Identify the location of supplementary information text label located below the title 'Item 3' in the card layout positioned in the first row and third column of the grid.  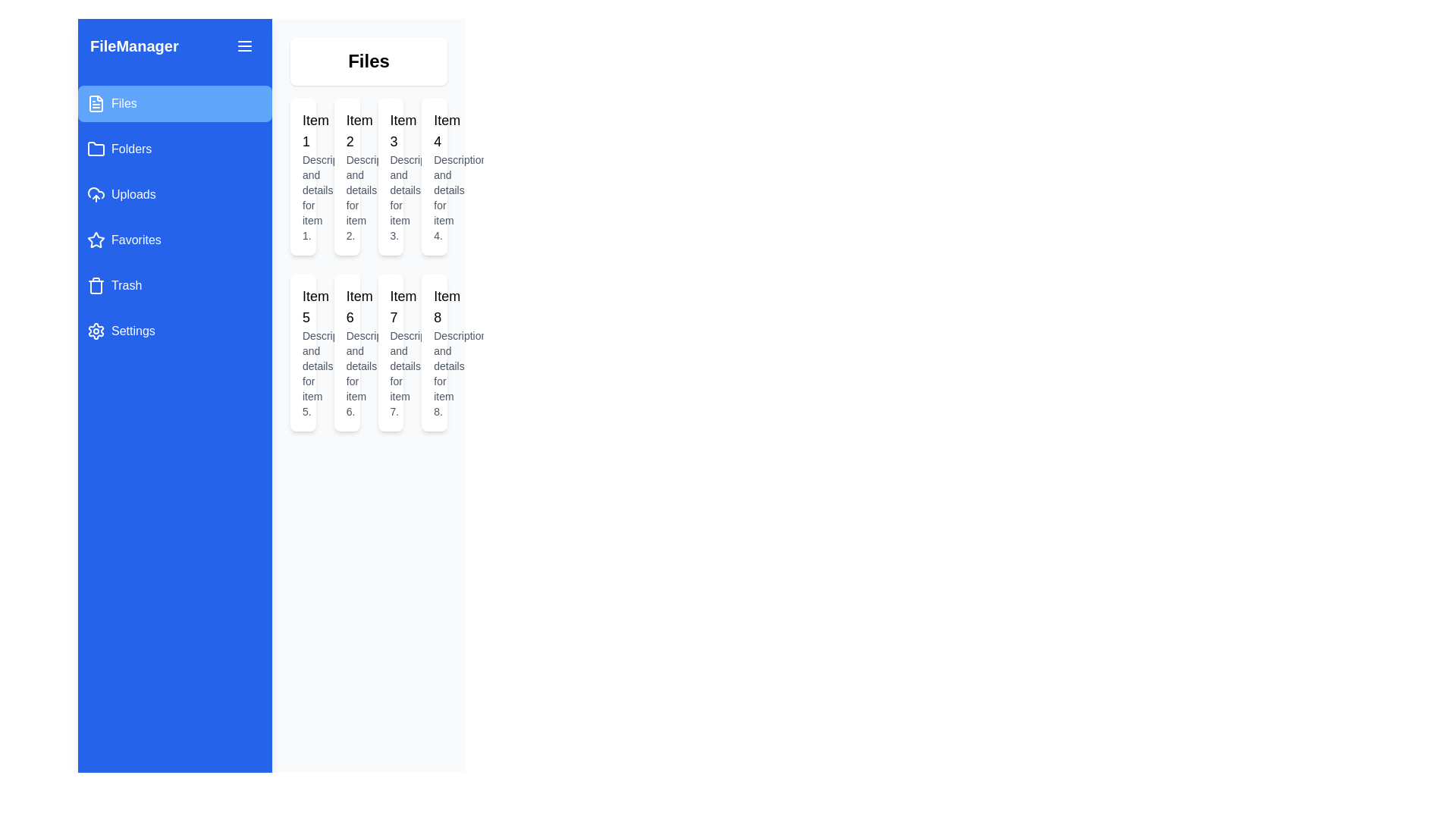
(391, 197).